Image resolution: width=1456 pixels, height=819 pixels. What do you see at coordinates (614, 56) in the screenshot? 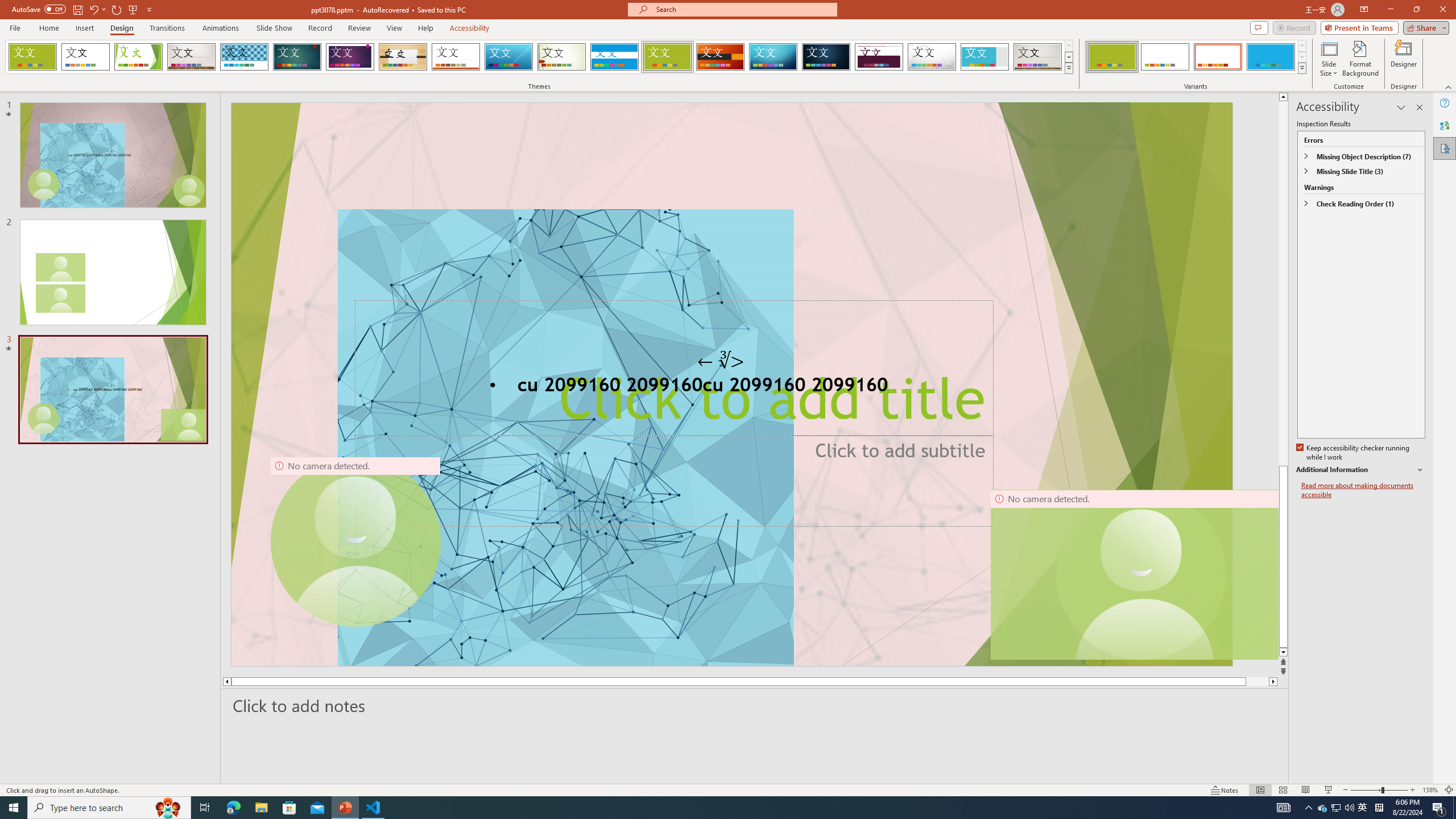
I see `'Banded'` at bounding box center [614, 56].